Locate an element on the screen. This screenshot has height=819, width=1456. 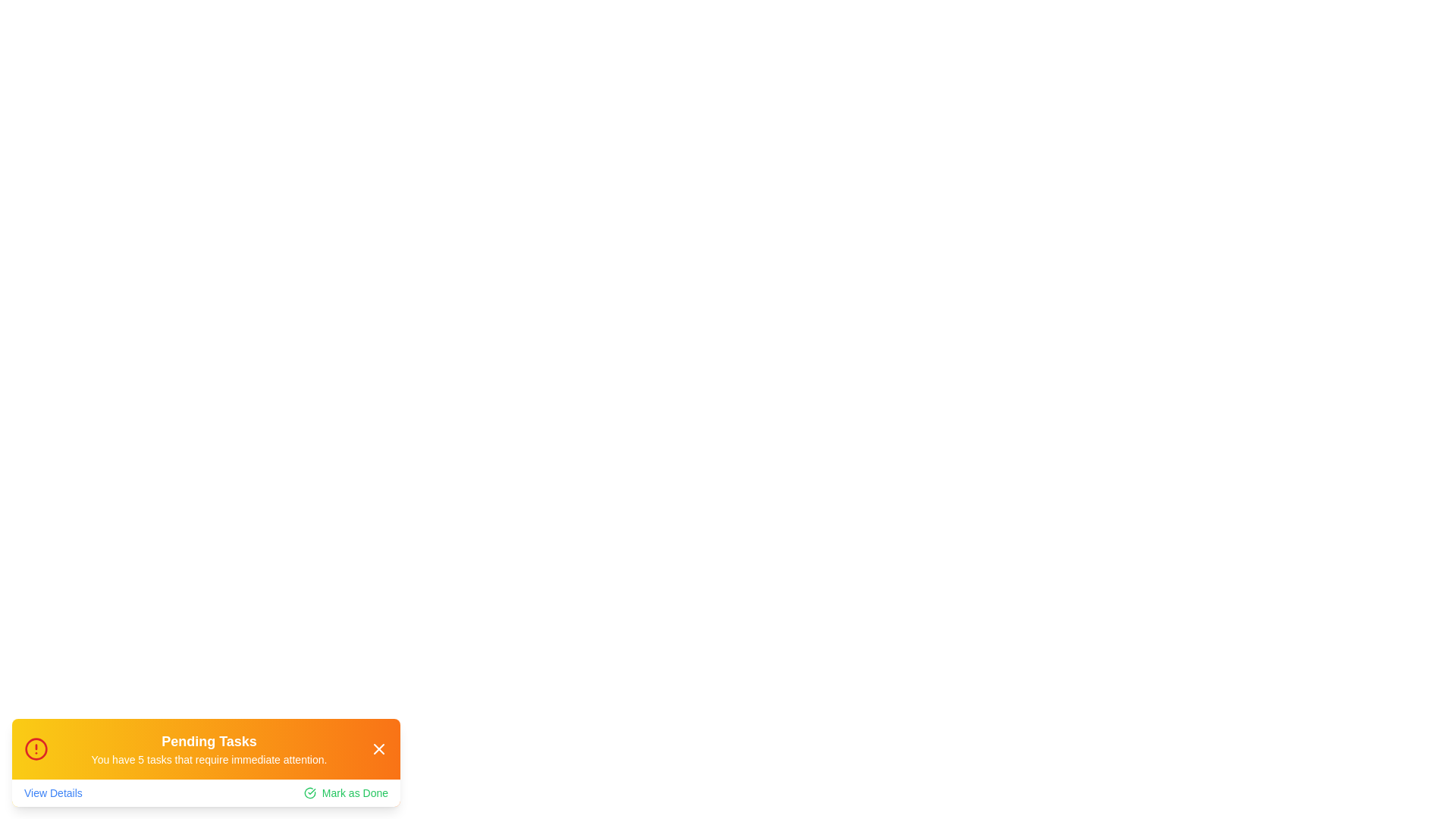
the 'X' button to close the alert is located at coordinates (378, 748).